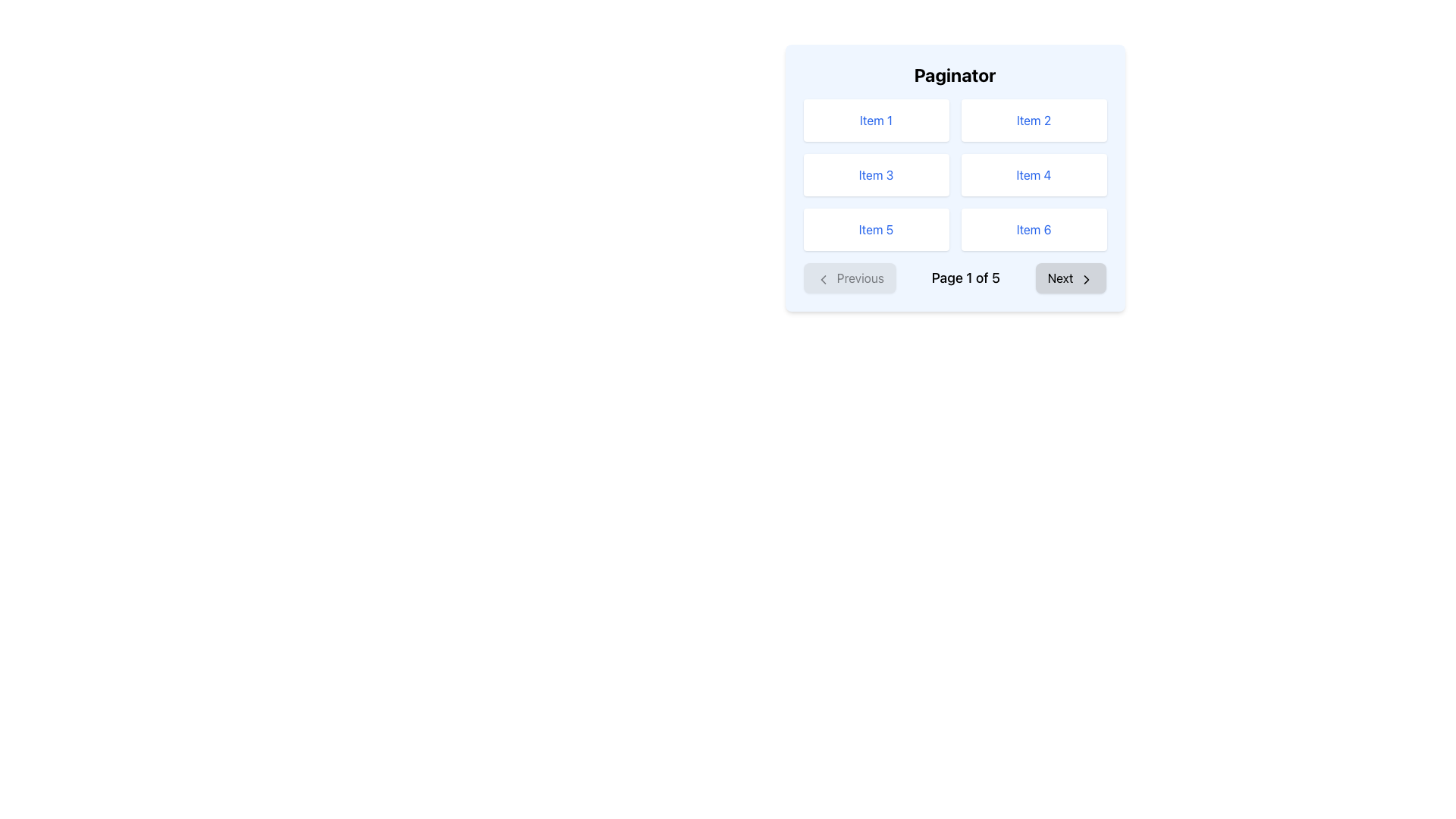 The width and height of the screenshot is (1456, 819). What do you see at coordinates (849, 278) in the screenshot?
I see `the previous page button, which is the first button in the paginator panel located at the bottom-left corner` at bounding box center [849, 278].